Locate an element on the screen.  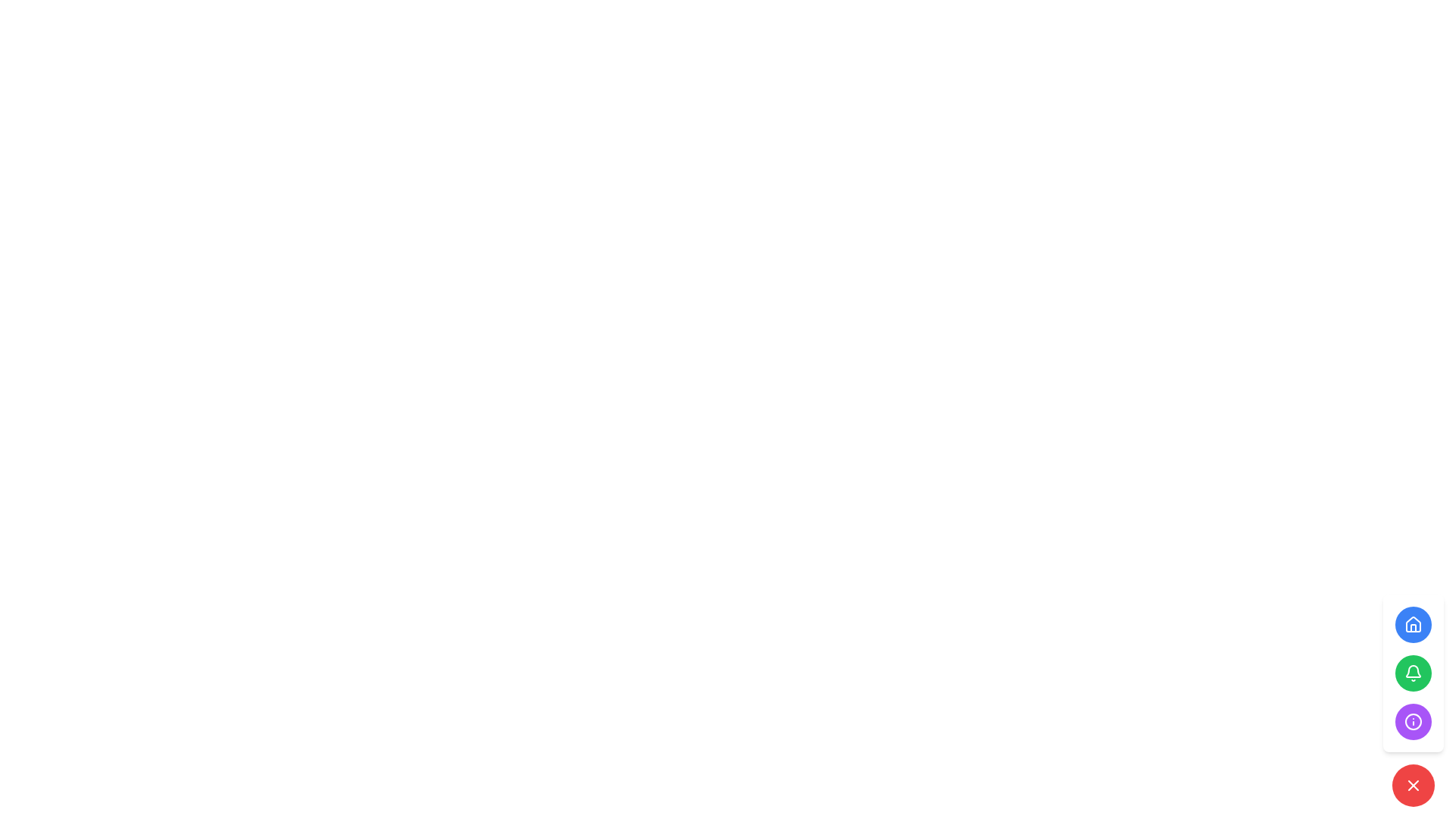
the circular purple button with an 'info' icon, positioned as the fourth button in a vertical group on the right side of the interface is located at coordinates (1412, 721).